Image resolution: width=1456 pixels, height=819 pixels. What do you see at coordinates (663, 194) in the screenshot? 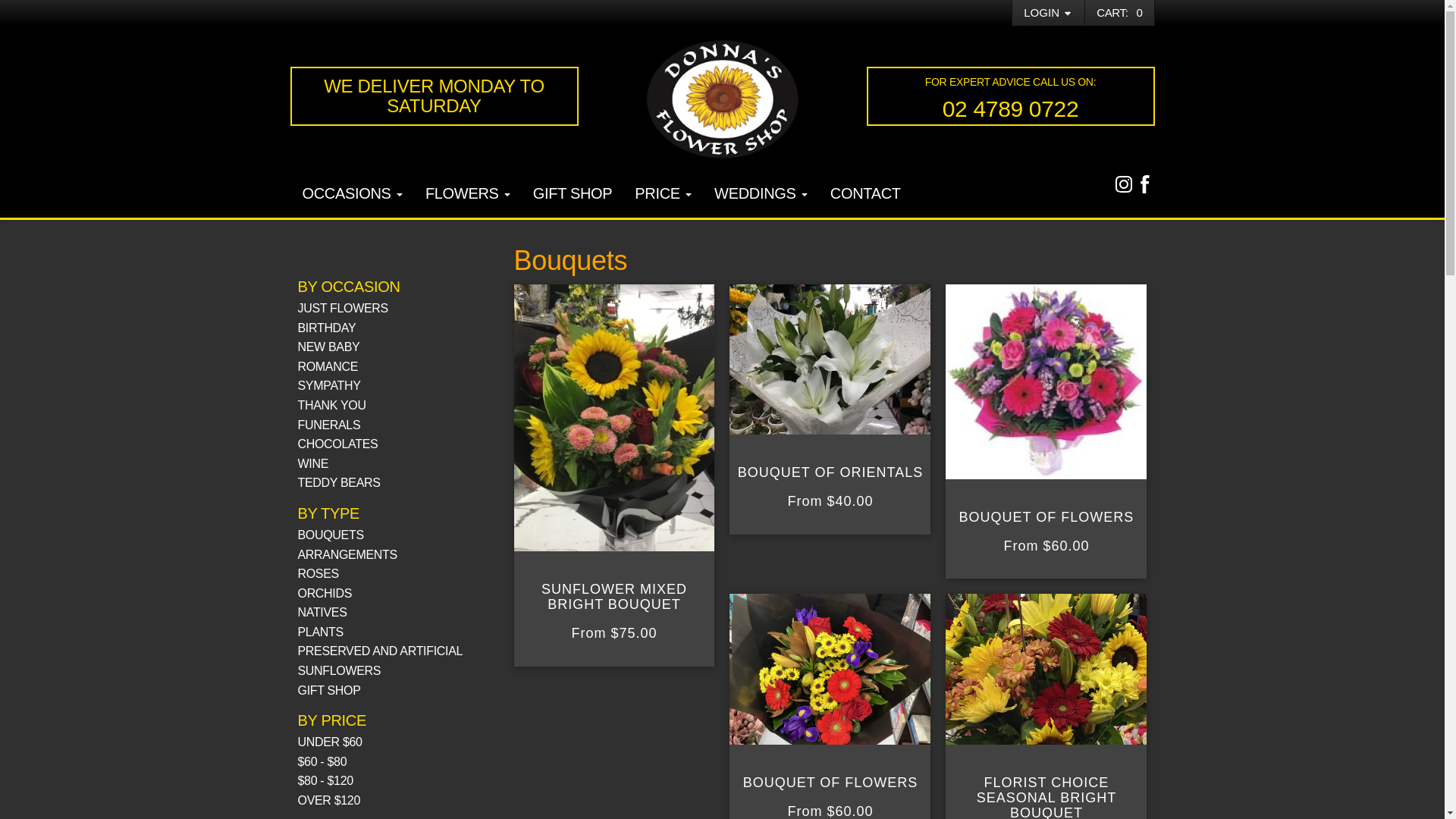
I see `'PRICE'` at bounding box center [663, 194].